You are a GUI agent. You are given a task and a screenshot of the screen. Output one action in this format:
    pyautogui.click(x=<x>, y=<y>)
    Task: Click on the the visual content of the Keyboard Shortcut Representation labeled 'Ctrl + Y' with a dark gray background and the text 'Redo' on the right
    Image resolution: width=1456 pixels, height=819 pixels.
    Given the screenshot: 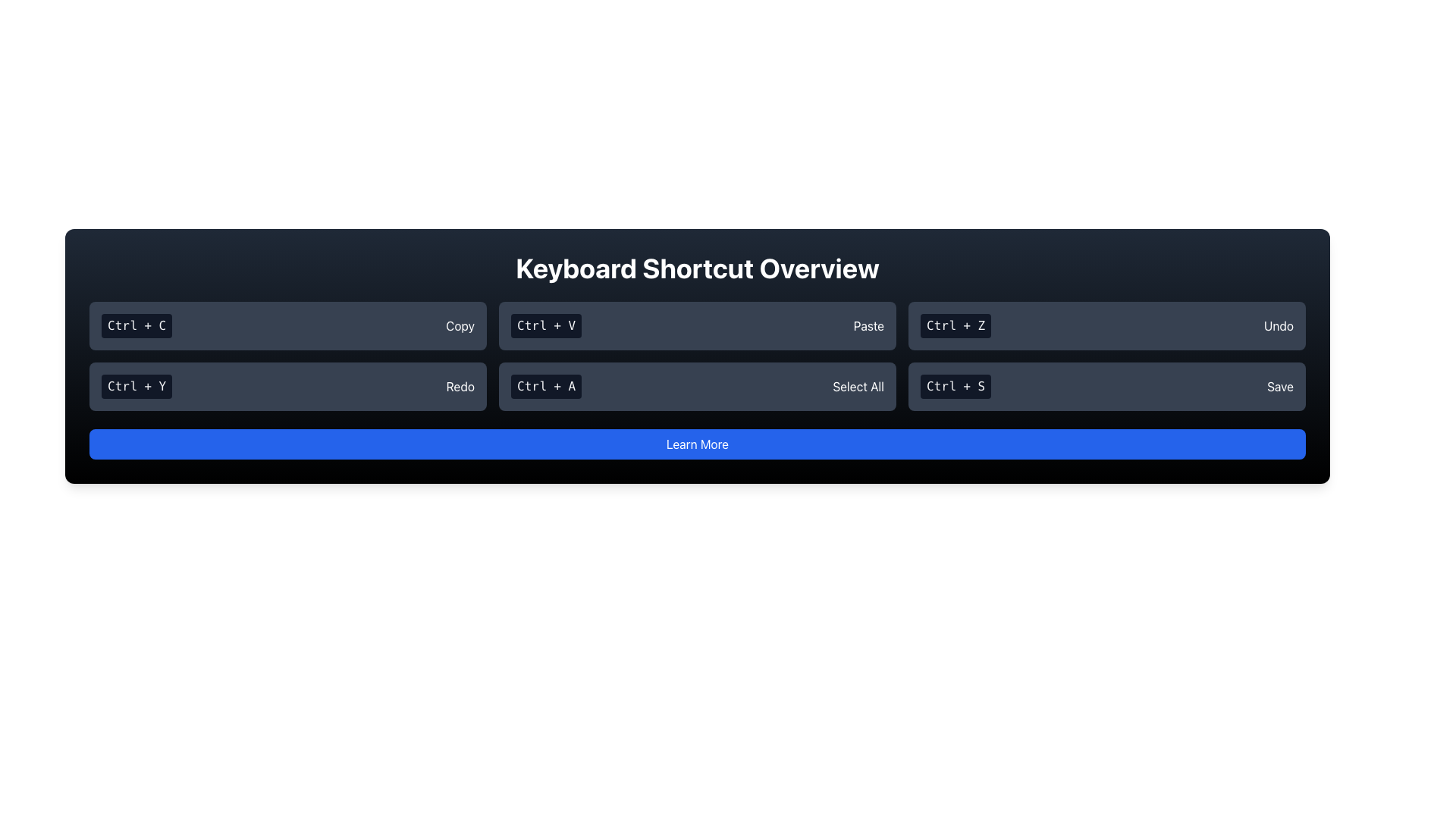 What is the action you would take?
    pyautogui.click(x=287, y=385)
    